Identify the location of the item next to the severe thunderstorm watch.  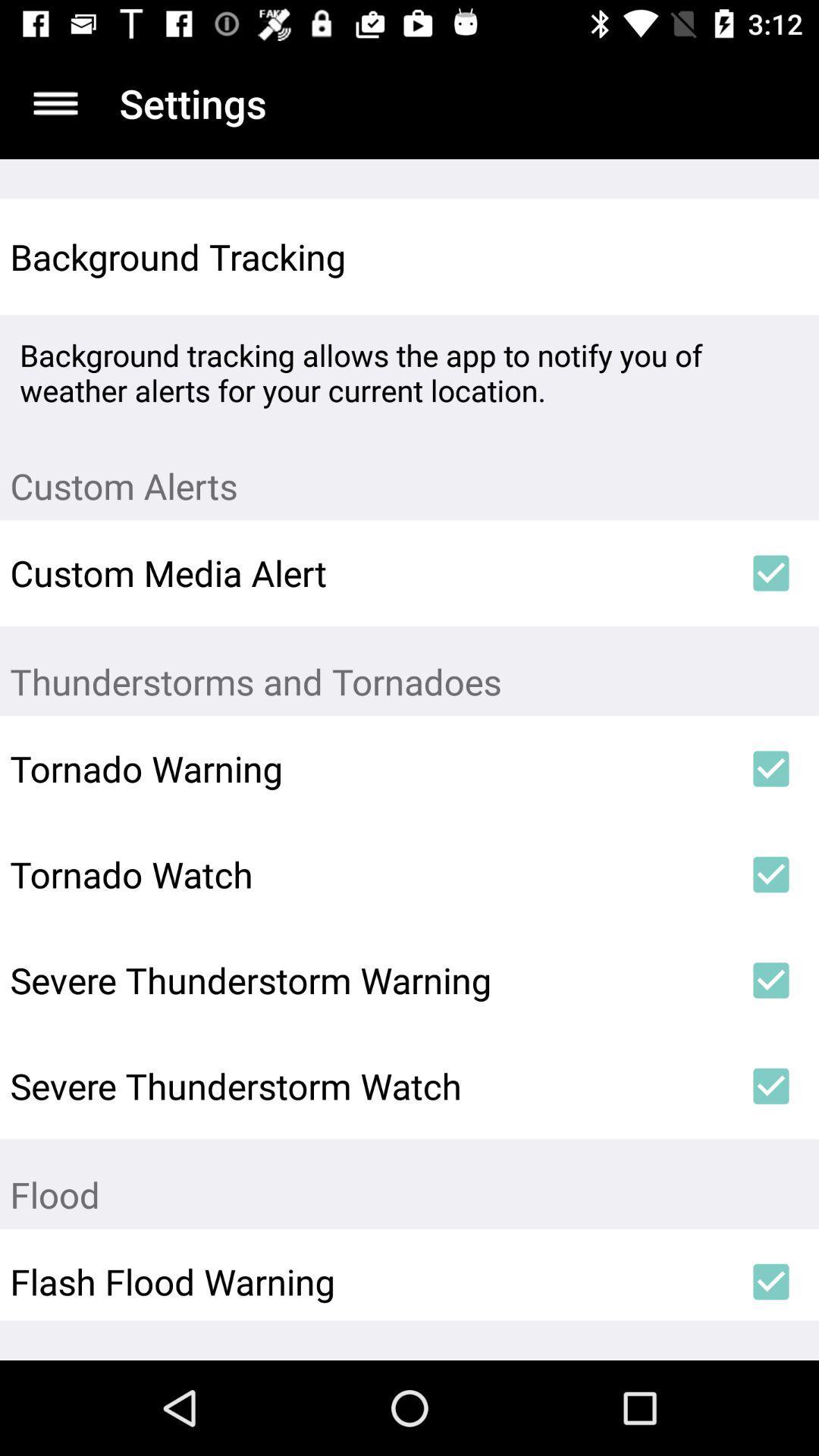
(771, 1085).